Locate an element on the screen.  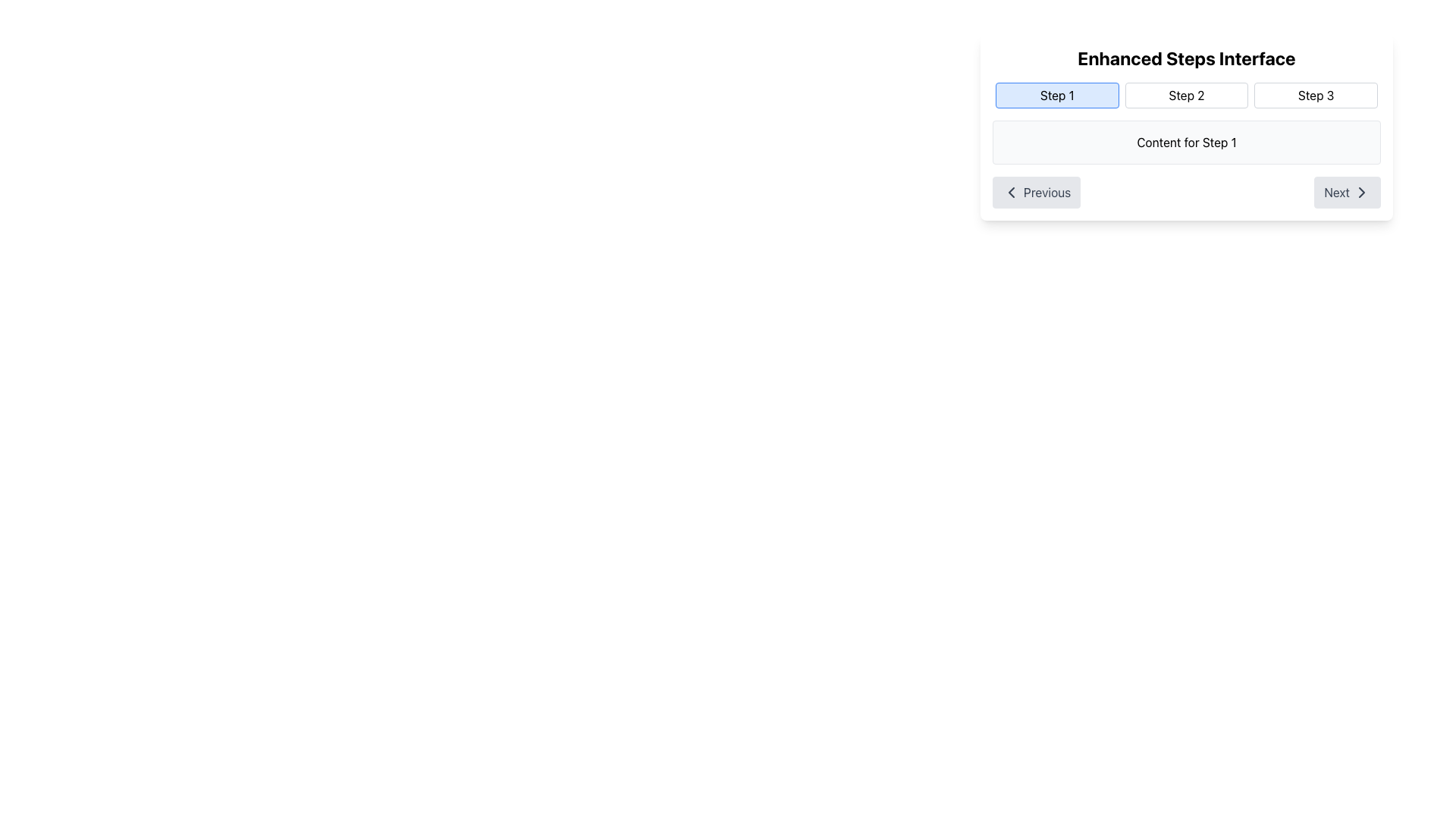
the 'Step 3' button, which is a rectangular UI component with a white background, gray border, and rounded corners is located at coordinates (1315, 96).